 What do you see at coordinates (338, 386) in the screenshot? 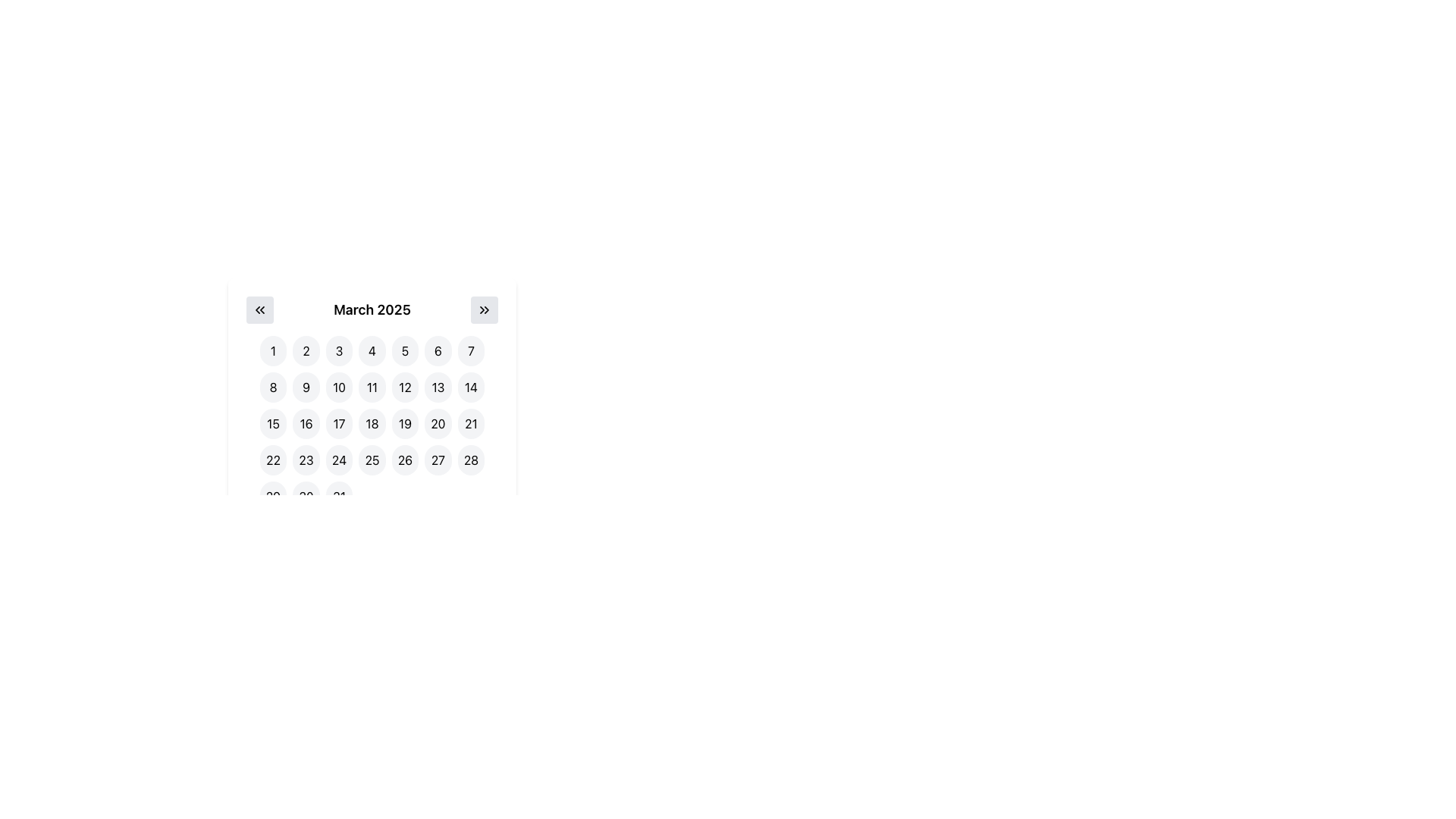
I see `the interactive button representing the date '10' in the calendar interface` at bounding box center [338, 386].